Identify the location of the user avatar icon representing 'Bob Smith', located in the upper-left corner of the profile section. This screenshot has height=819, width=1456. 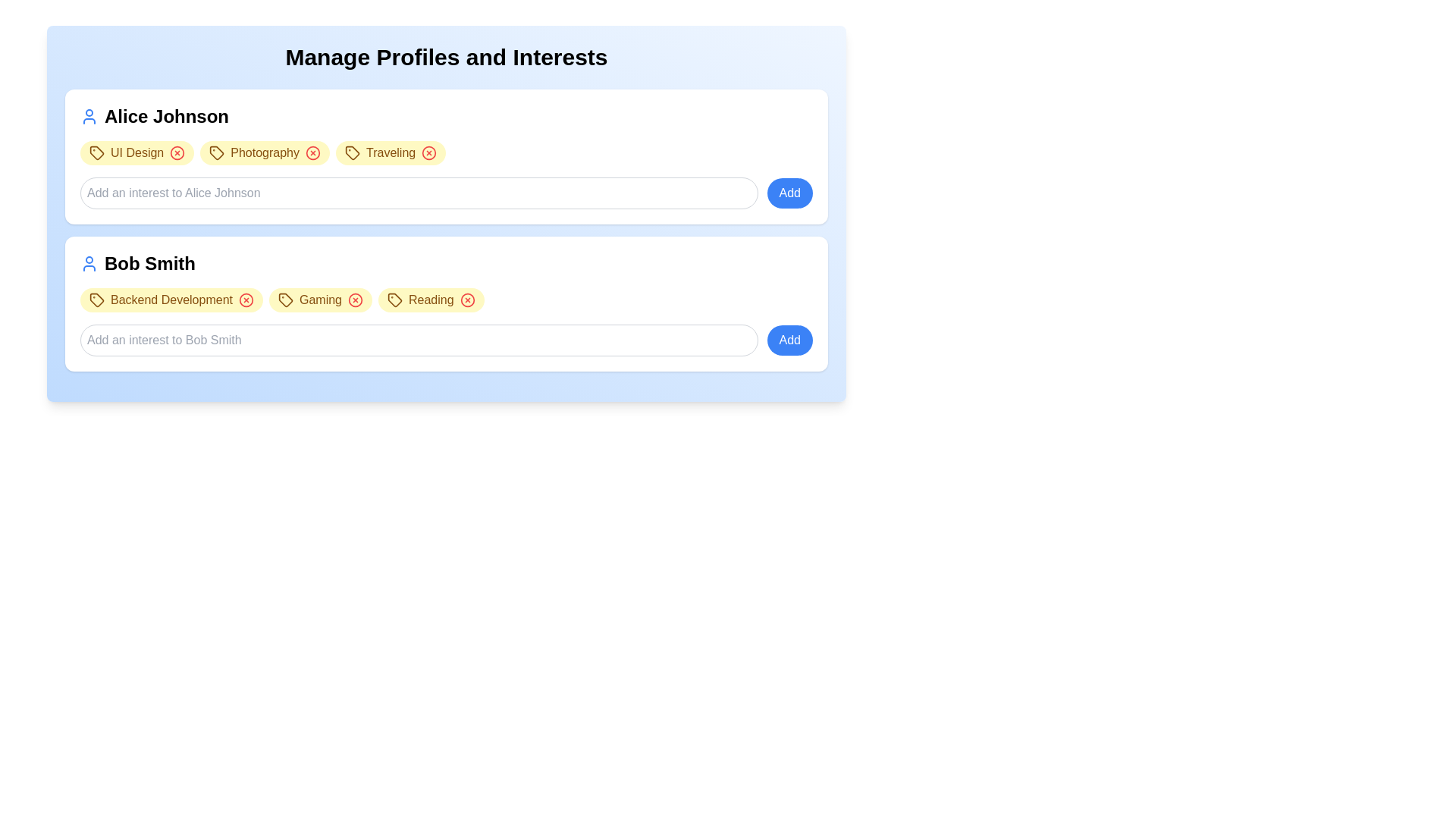
(89, 262).